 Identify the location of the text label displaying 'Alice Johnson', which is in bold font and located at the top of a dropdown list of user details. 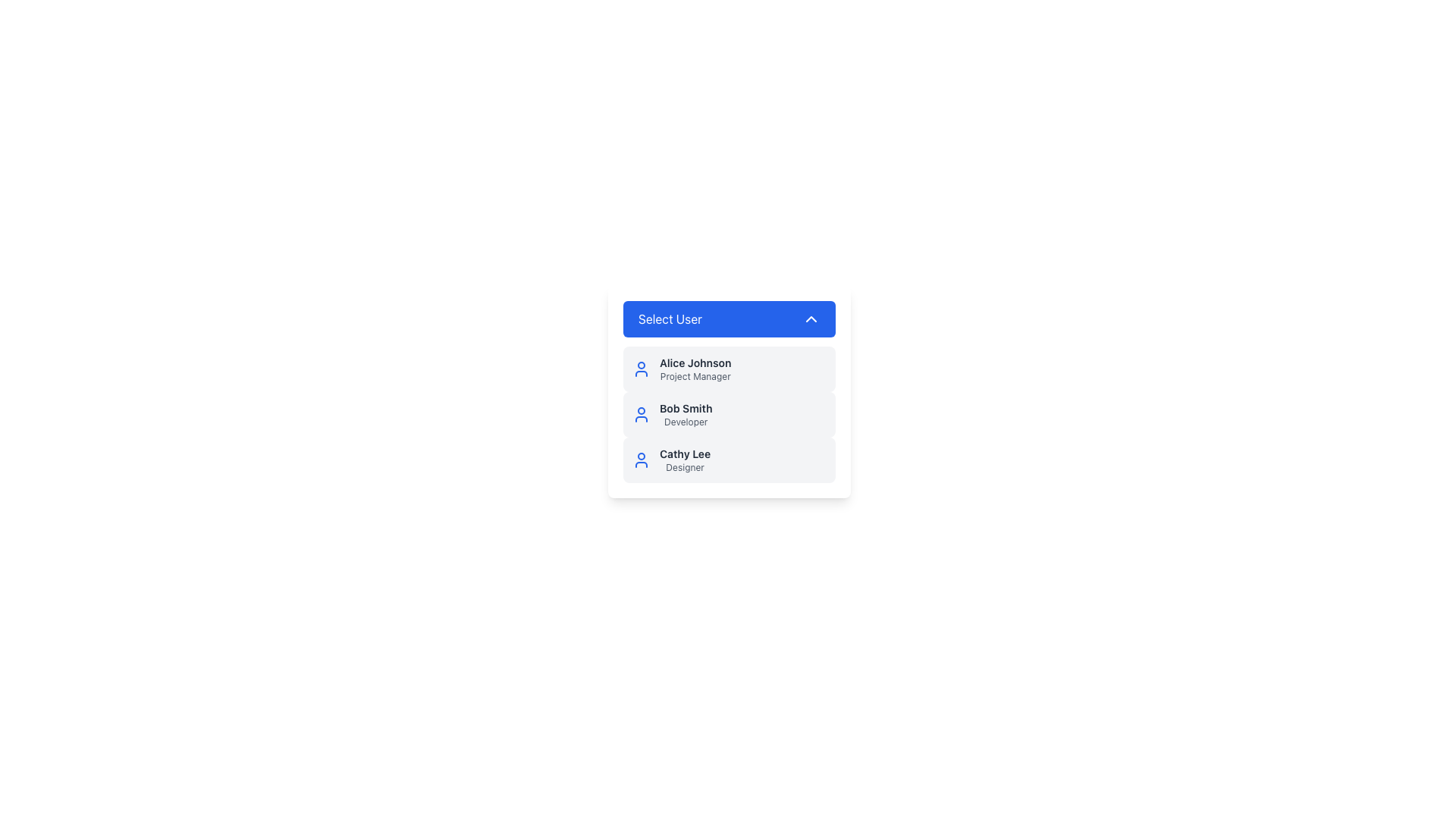
(695, 362).